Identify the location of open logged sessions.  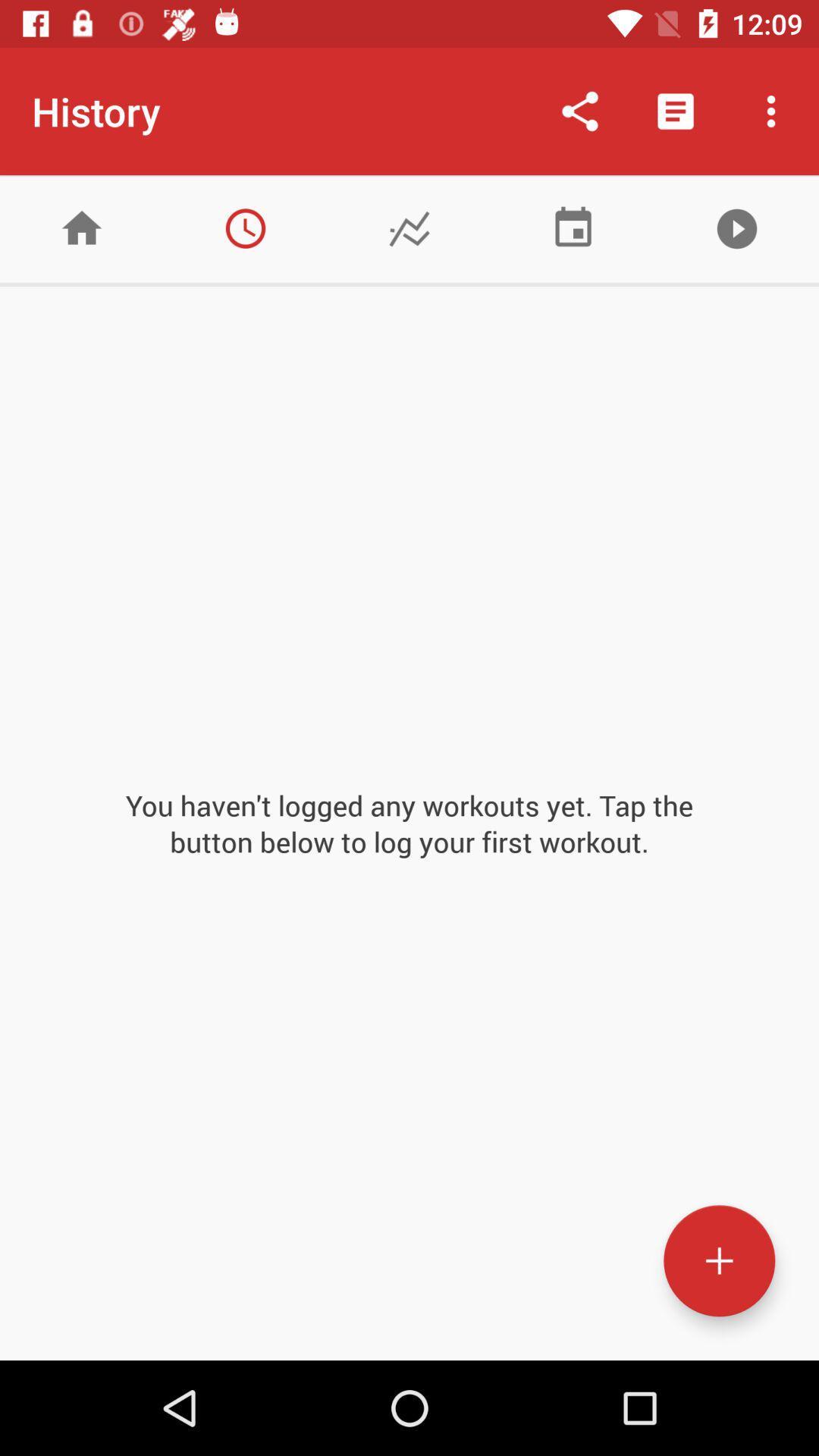
(245, 227).